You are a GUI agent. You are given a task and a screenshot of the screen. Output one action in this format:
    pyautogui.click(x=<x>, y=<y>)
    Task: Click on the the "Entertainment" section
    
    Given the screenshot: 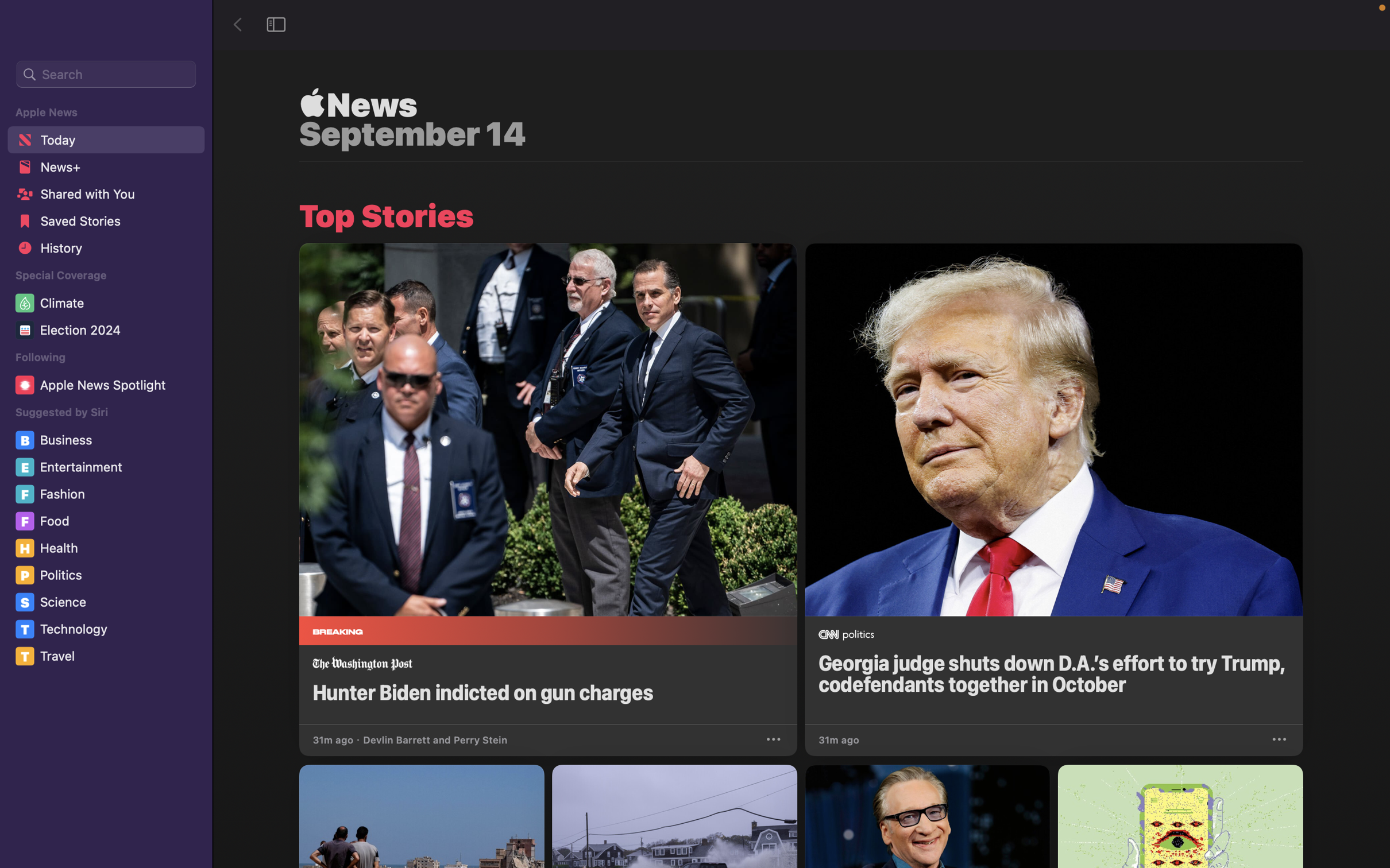 What is the action you would take?
    pyautogui.click(x=107, y=467)
    